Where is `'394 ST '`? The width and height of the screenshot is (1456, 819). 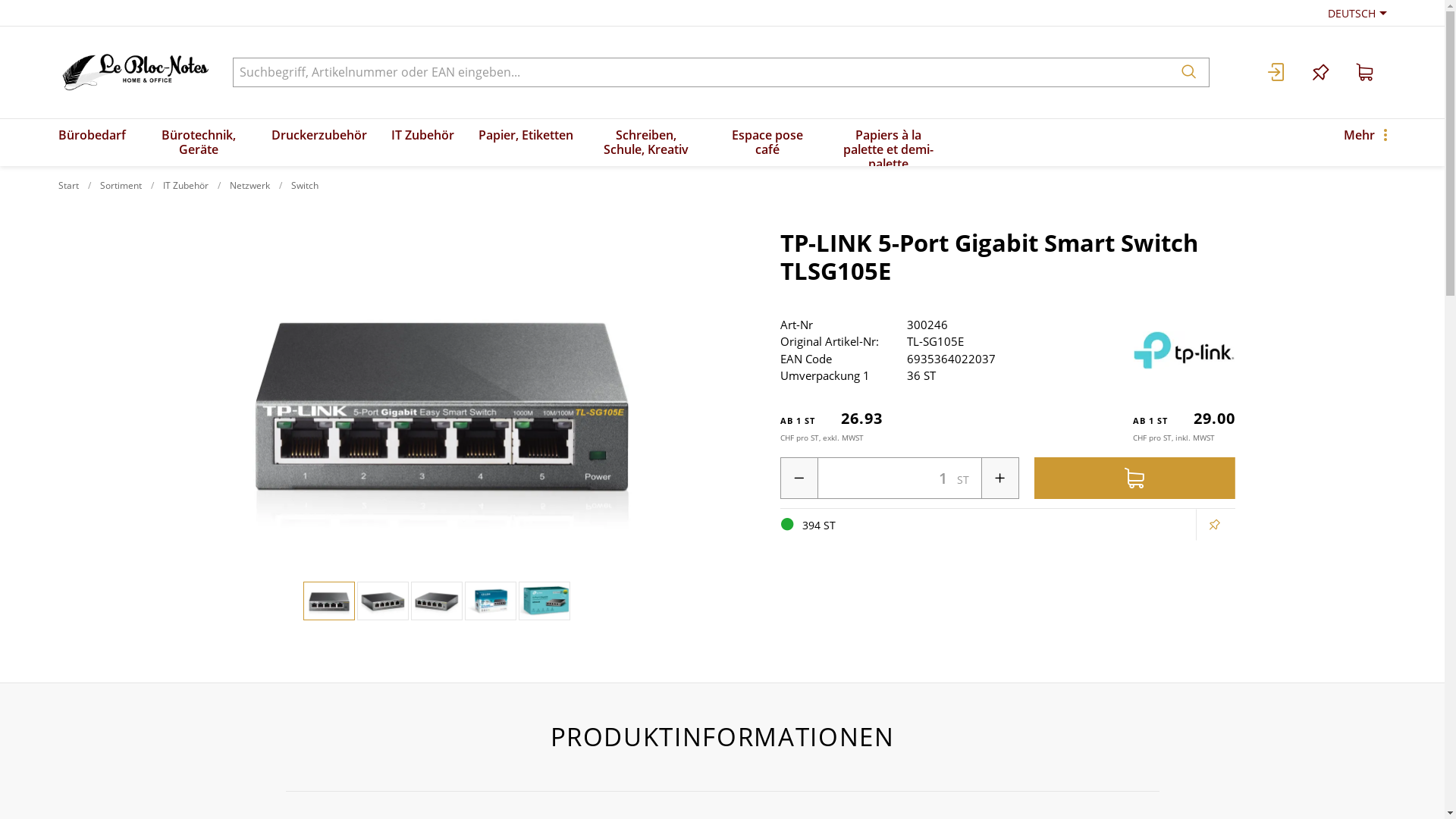 '394 ST ' is located at coordinates (786, 523).